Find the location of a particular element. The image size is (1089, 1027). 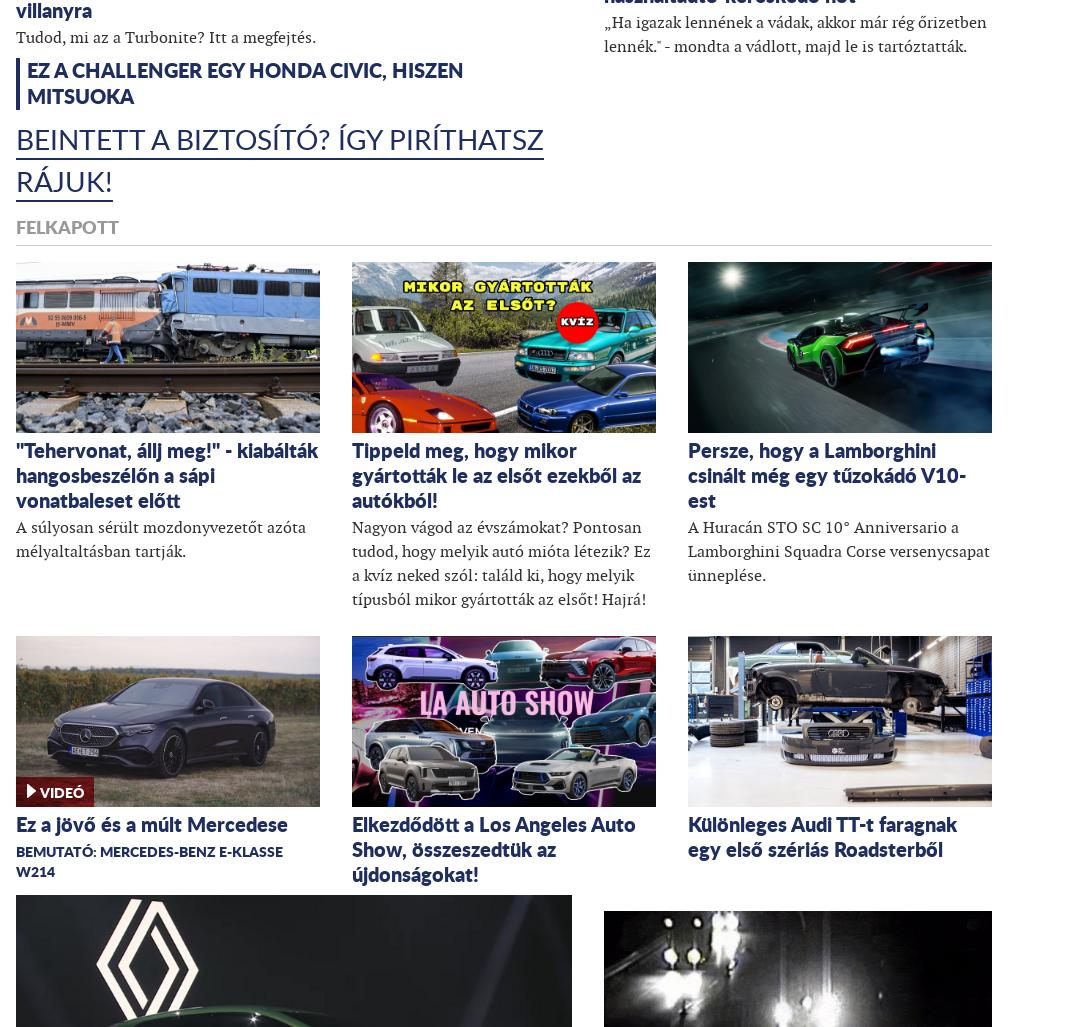

'Tudod, mi az a Turbonite? Itt a megfejtés.' is located at coordinates (165, 36).